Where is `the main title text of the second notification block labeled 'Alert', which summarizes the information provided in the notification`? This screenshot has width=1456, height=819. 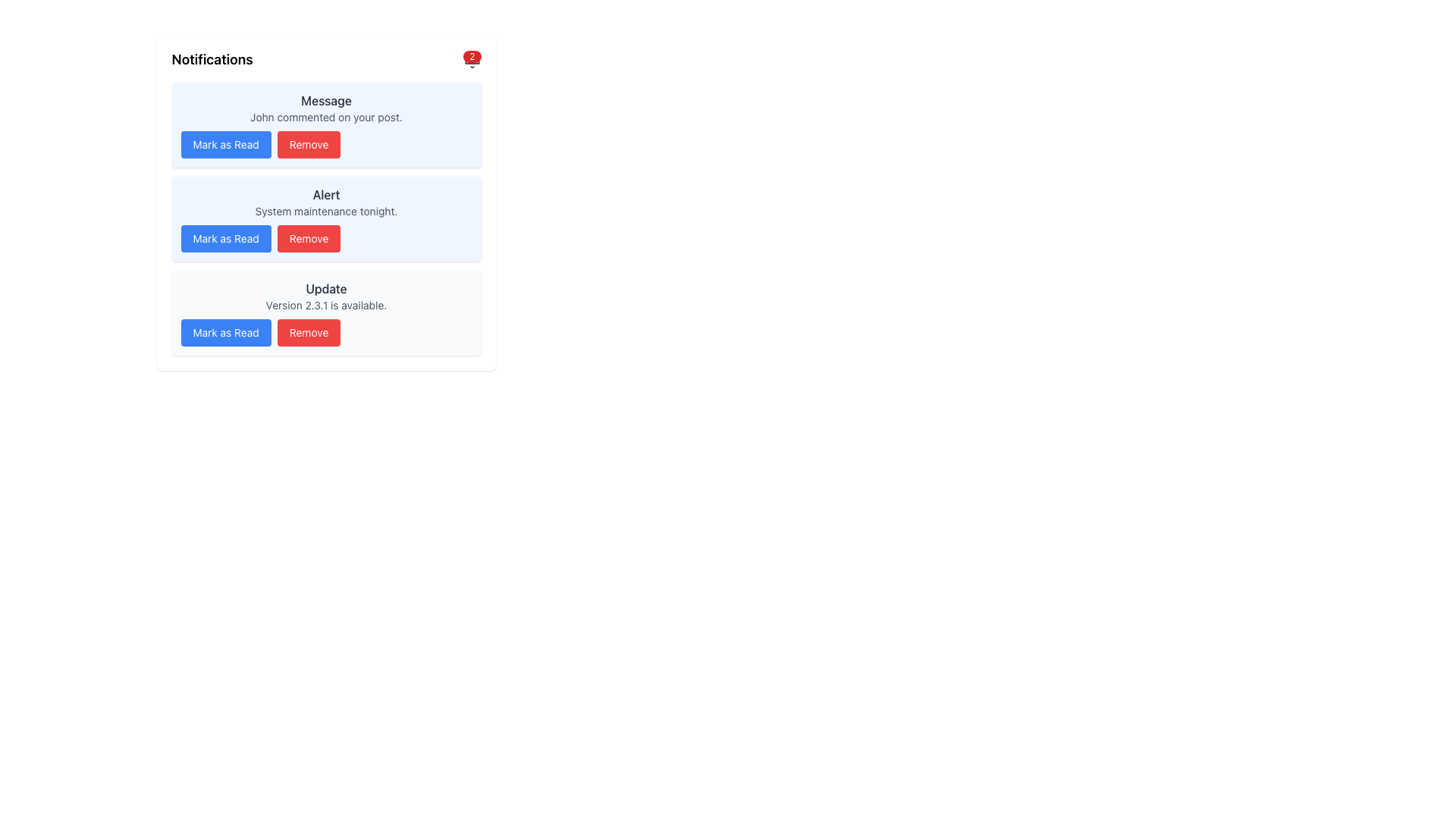 the main title text of the second notification block labeled 'Alert', which summarizes the information provided in the notification is located at coordinates (325, 194).